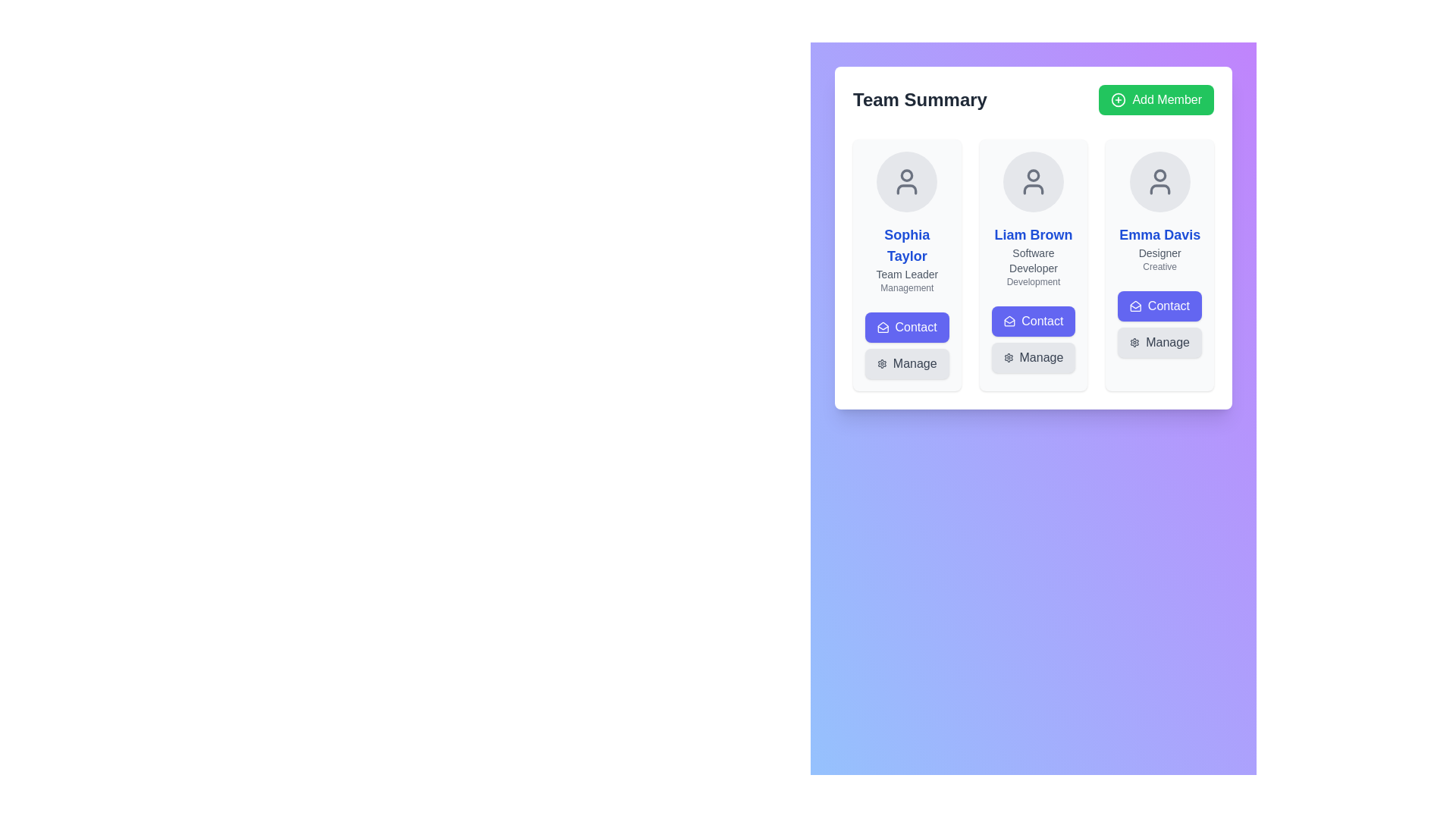 This screenshot has height=819, width=1456. I want to click on the second textual element in the user profile card for 'Sophia Taylor' that indicates her role or position, located under the 'Team Summary' section, so click(907, 275).